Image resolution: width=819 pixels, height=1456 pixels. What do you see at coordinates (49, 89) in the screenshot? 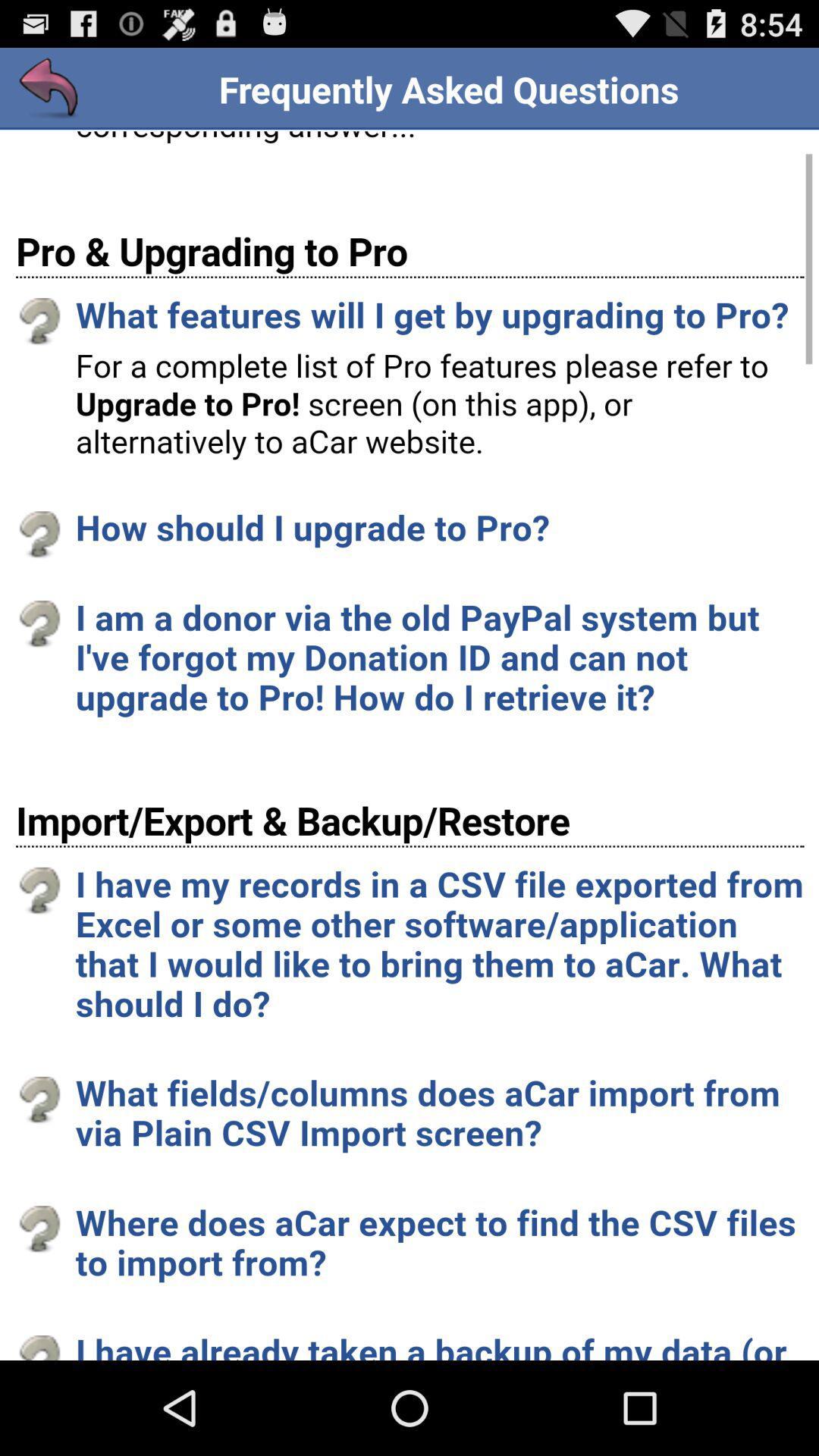
I see `back button` at bounding box center [49, 89].